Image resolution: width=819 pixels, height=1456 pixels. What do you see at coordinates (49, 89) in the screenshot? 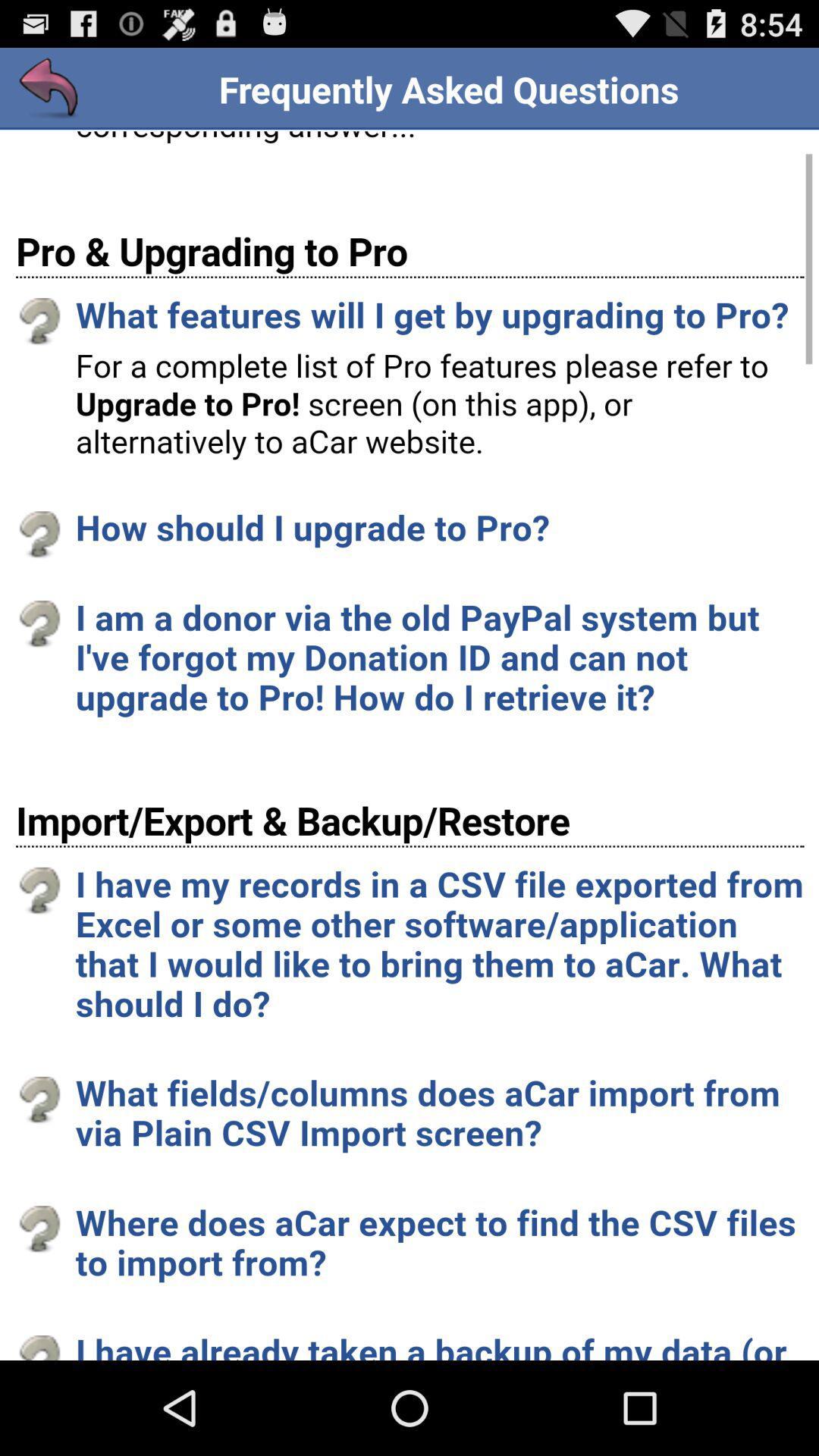
I see `back button` at bounding box center [49, 89].